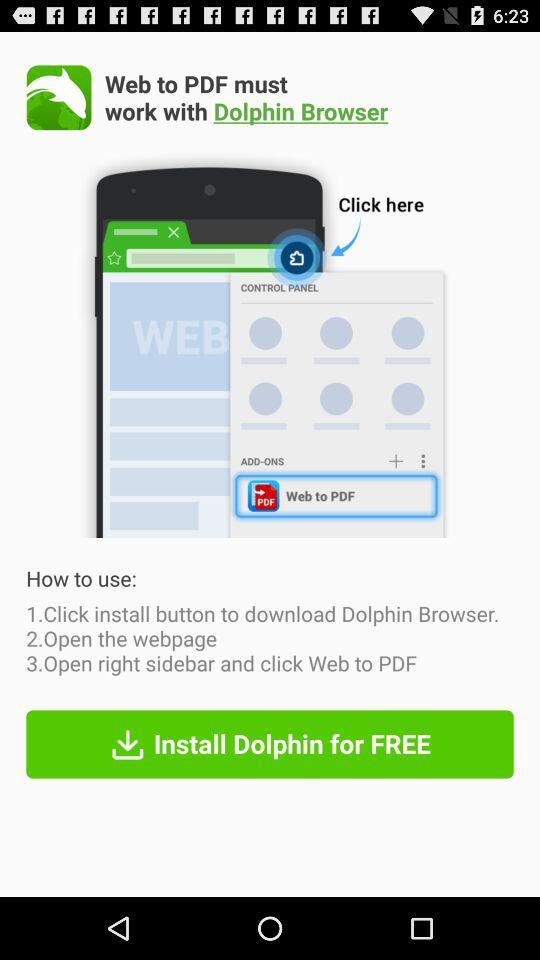 The width and height of the screenshot is (540, 960). Describe the element at coordinates (59, 97) in the screenshot. I see `goto website` at that location.